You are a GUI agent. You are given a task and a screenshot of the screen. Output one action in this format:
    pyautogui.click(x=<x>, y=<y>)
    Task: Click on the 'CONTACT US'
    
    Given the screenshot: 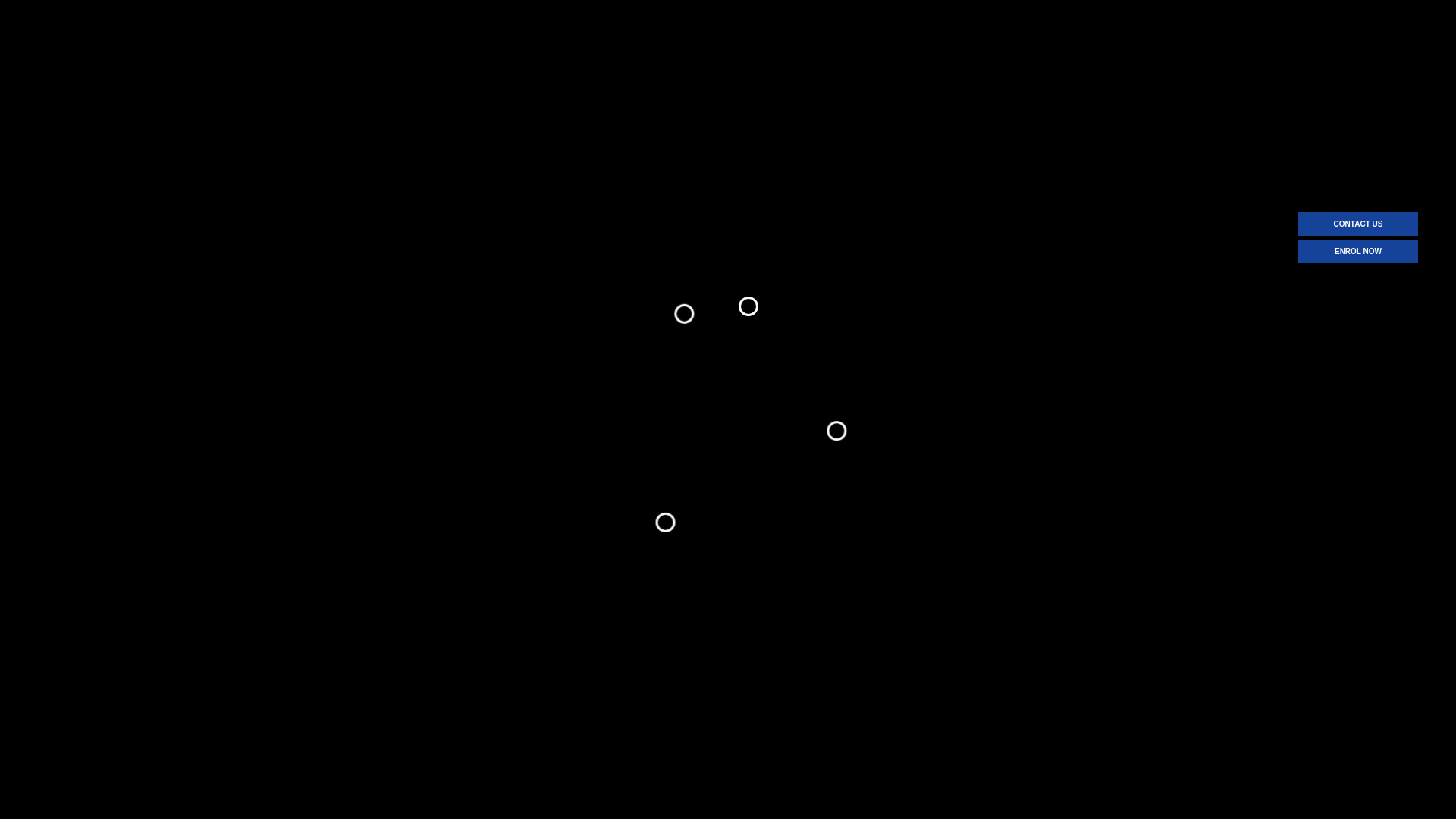 What is the action you would take?
    pyautogui.click(x=1298, y=224)
    